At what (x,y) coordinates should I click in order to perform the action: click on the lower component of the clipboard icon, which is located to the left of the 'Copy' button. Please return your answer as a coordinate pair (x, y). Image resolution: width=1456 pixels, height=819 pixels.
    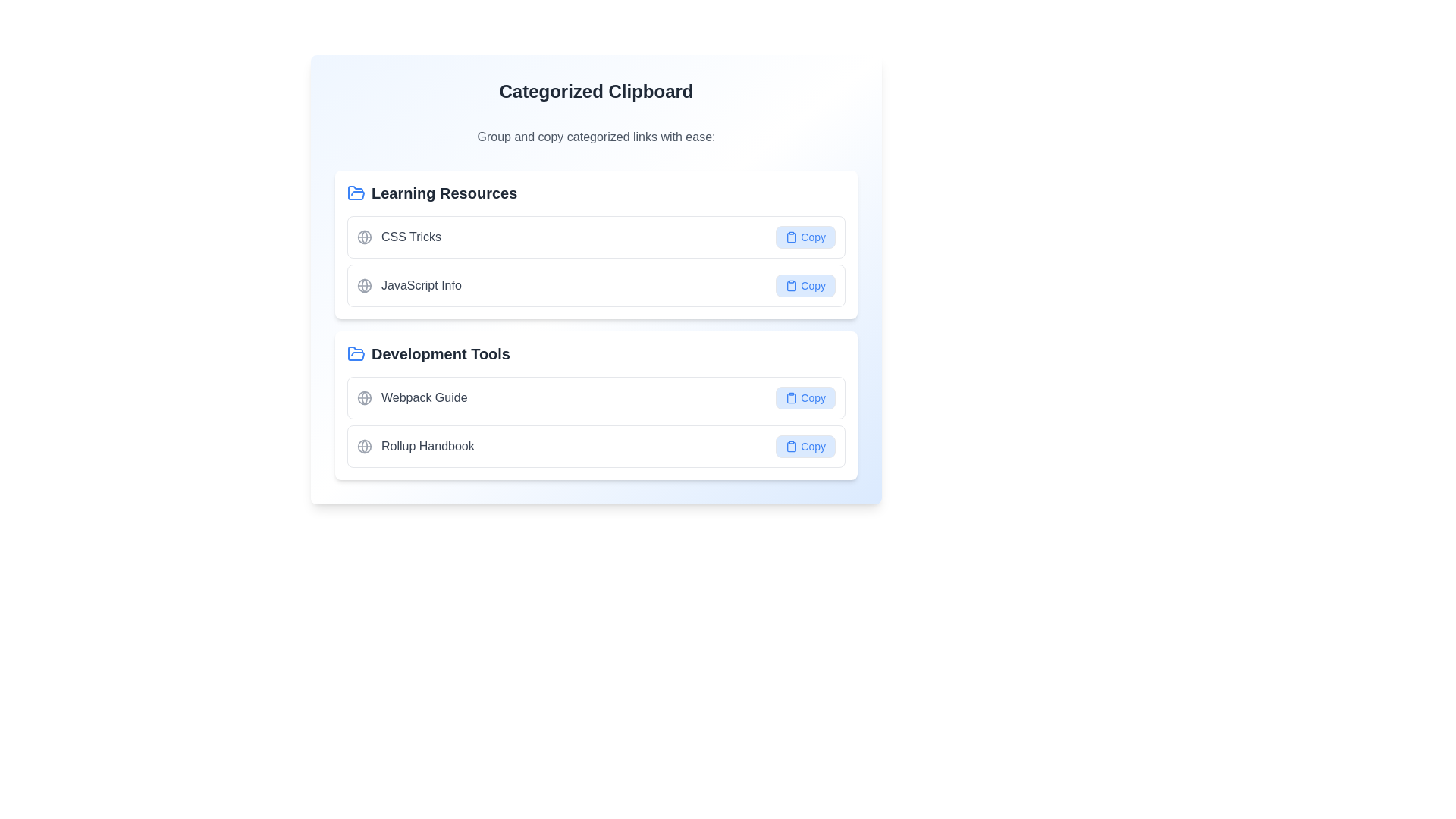
    Looking at the image, I should click on (791, 397).